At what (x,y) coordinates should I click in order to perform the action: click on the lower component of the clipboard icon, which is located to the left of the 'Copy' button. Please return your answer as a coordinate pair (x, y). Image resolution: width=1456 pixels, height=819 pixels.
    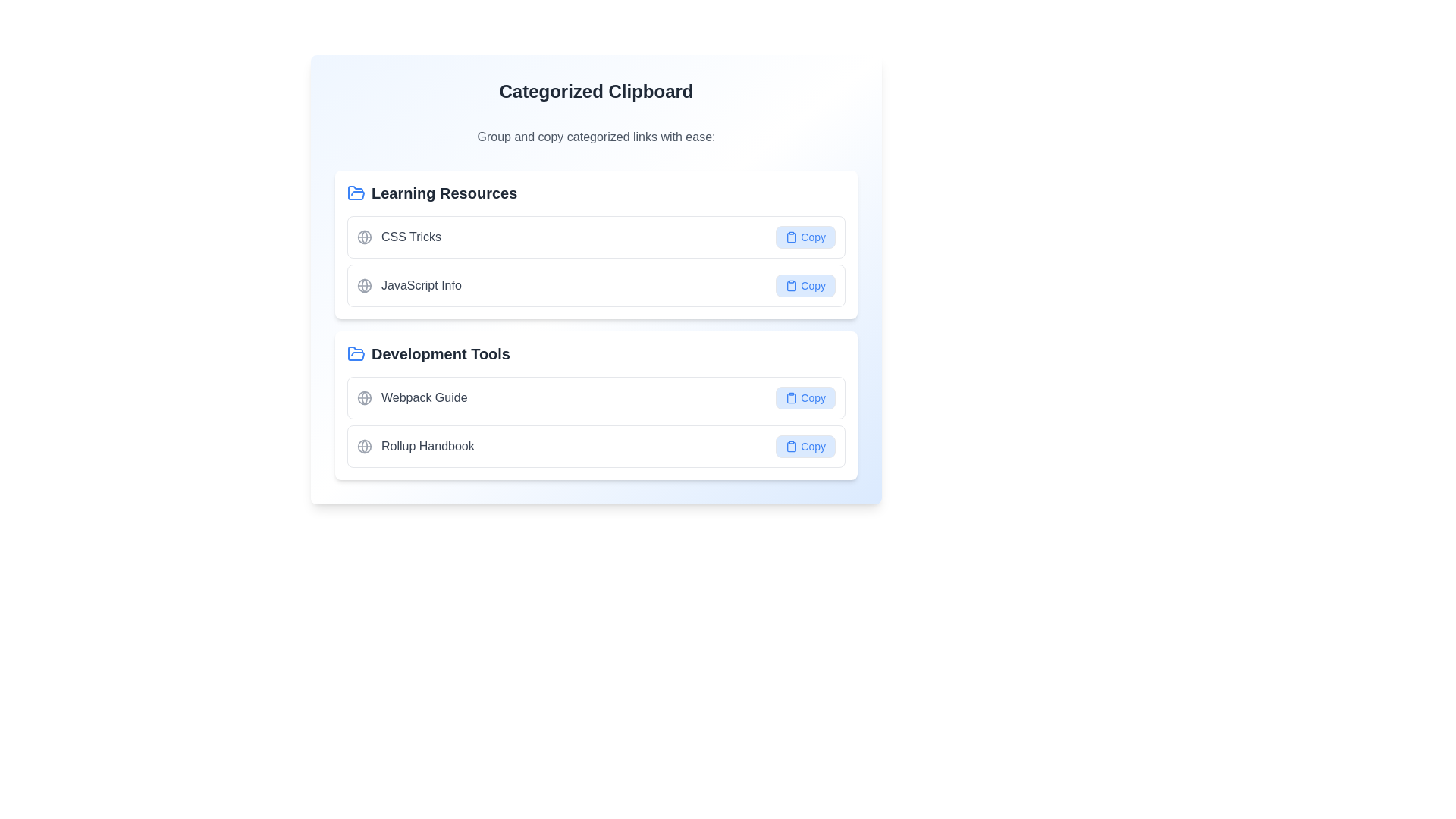
    Looking at the image, I should click on (791, 397).